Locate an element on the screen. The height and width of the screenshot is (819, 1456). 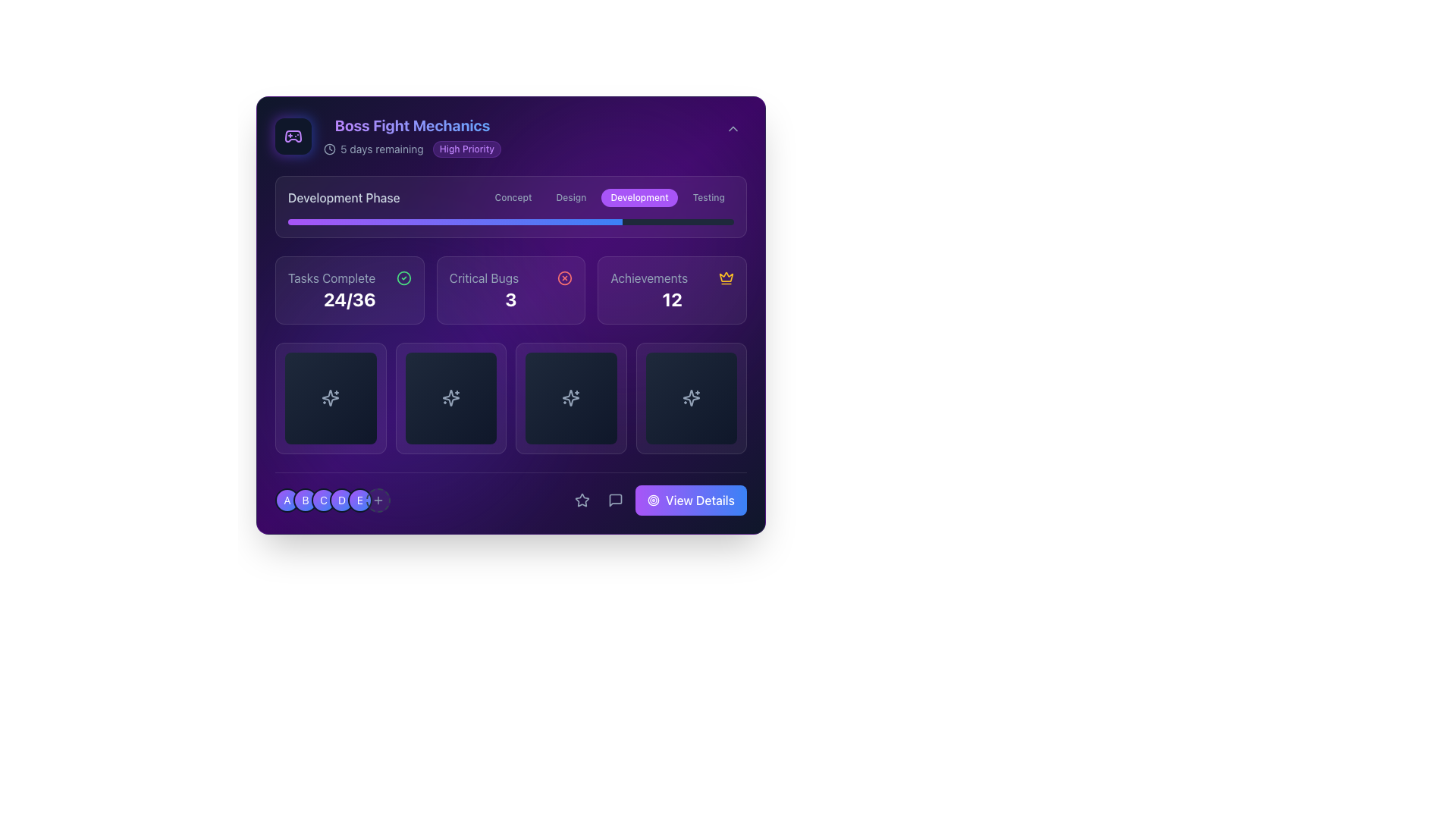
text of the 'High Priority' badge located between '5 days remaining' and 'Boss Fight Mechanics' in the top section of the interface is located at coordinates (466, 149).